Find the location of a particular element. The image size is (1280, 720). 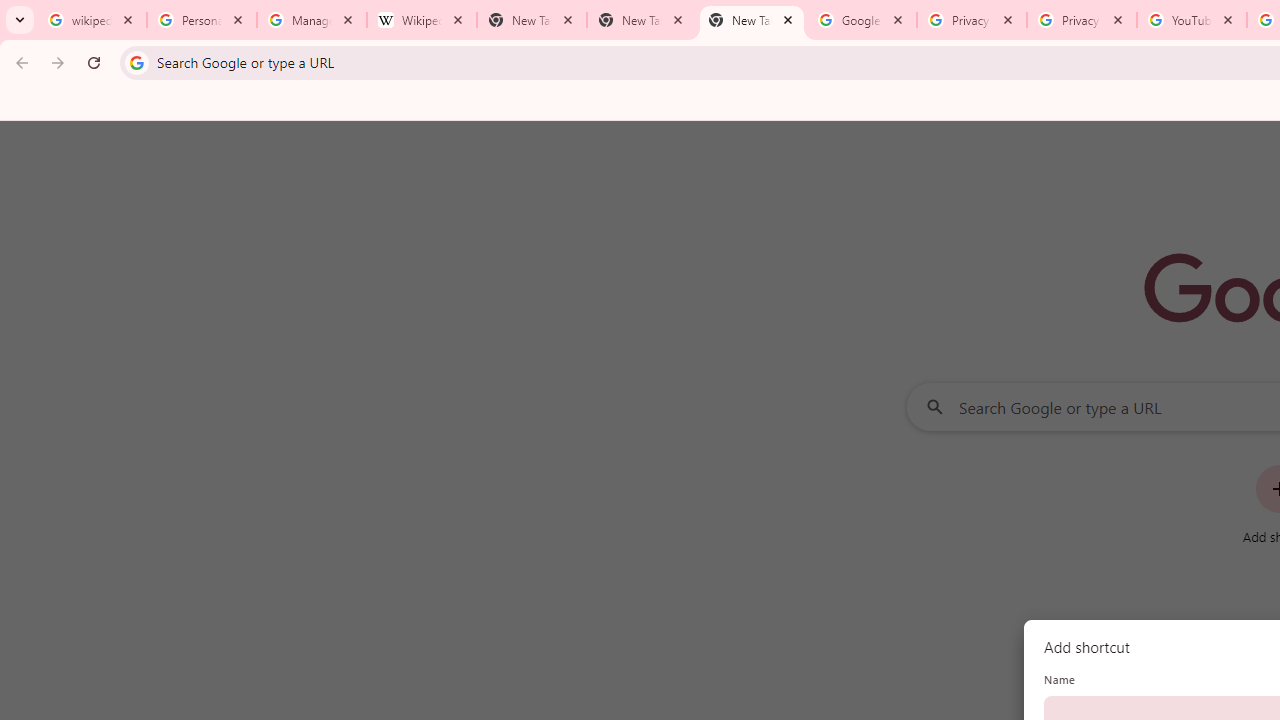

'Wikipedia:Edit requests - Wikipedia' is located at coordinates (421, 20).